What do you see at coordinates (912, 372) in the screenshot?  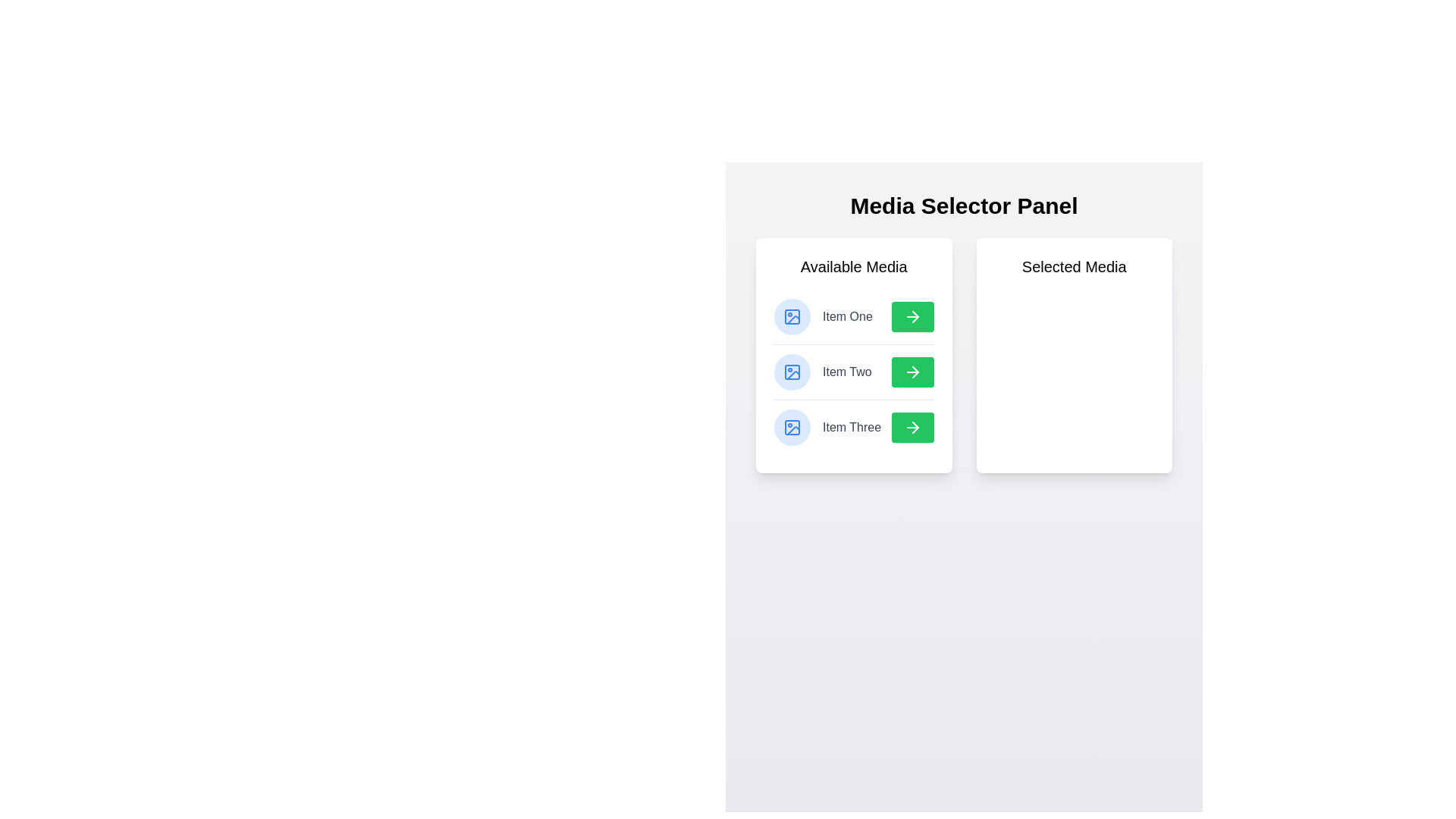 I see `the right-pointing arrow icon located in the center of the green button labeled 'Item Two' in the left panel of 'Available Media'` at bounding box center [912, 372].